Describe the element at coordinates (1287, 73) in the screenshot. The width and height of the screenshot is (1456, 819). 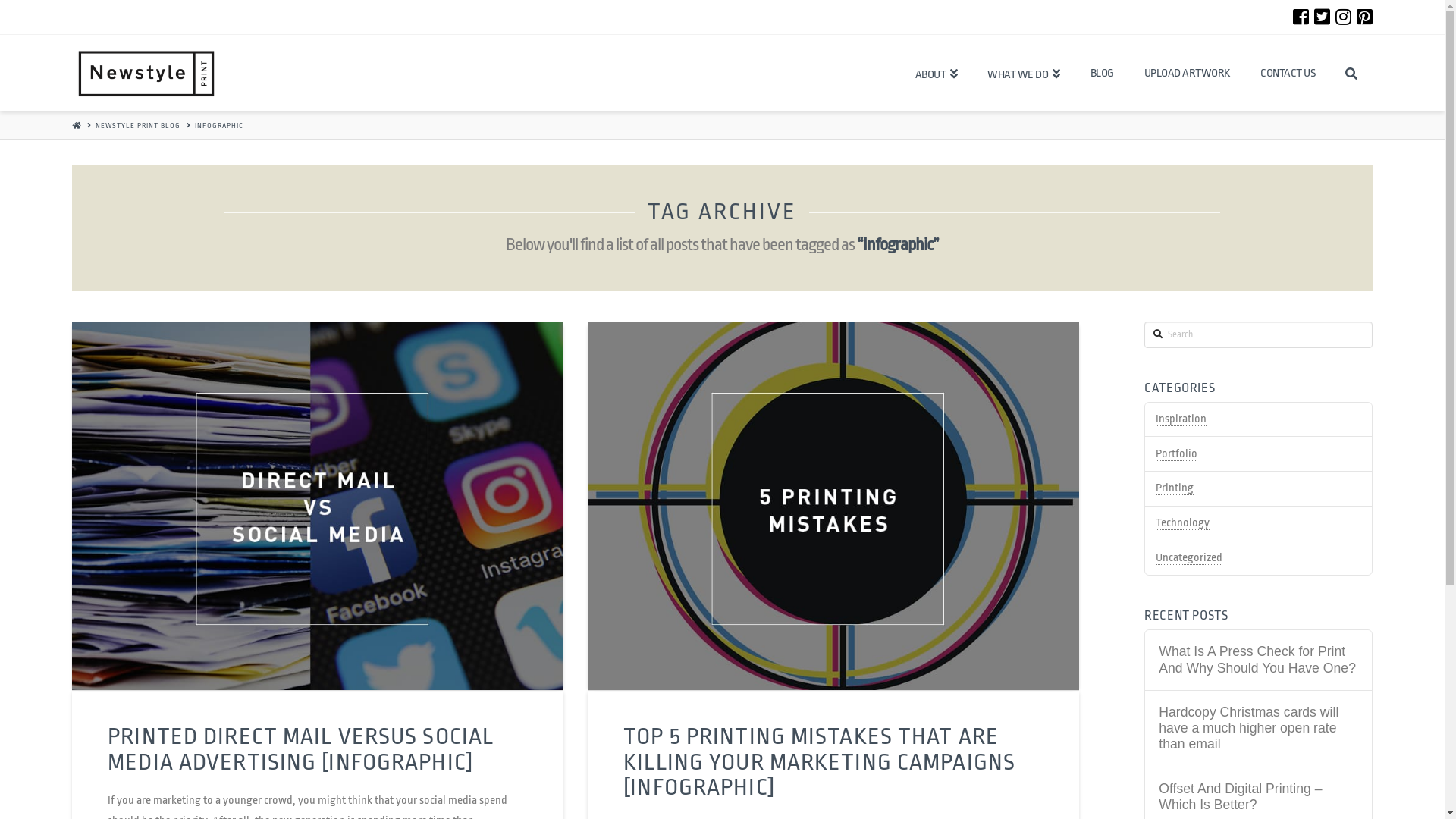
I see `'CONTACT US'` at that location.